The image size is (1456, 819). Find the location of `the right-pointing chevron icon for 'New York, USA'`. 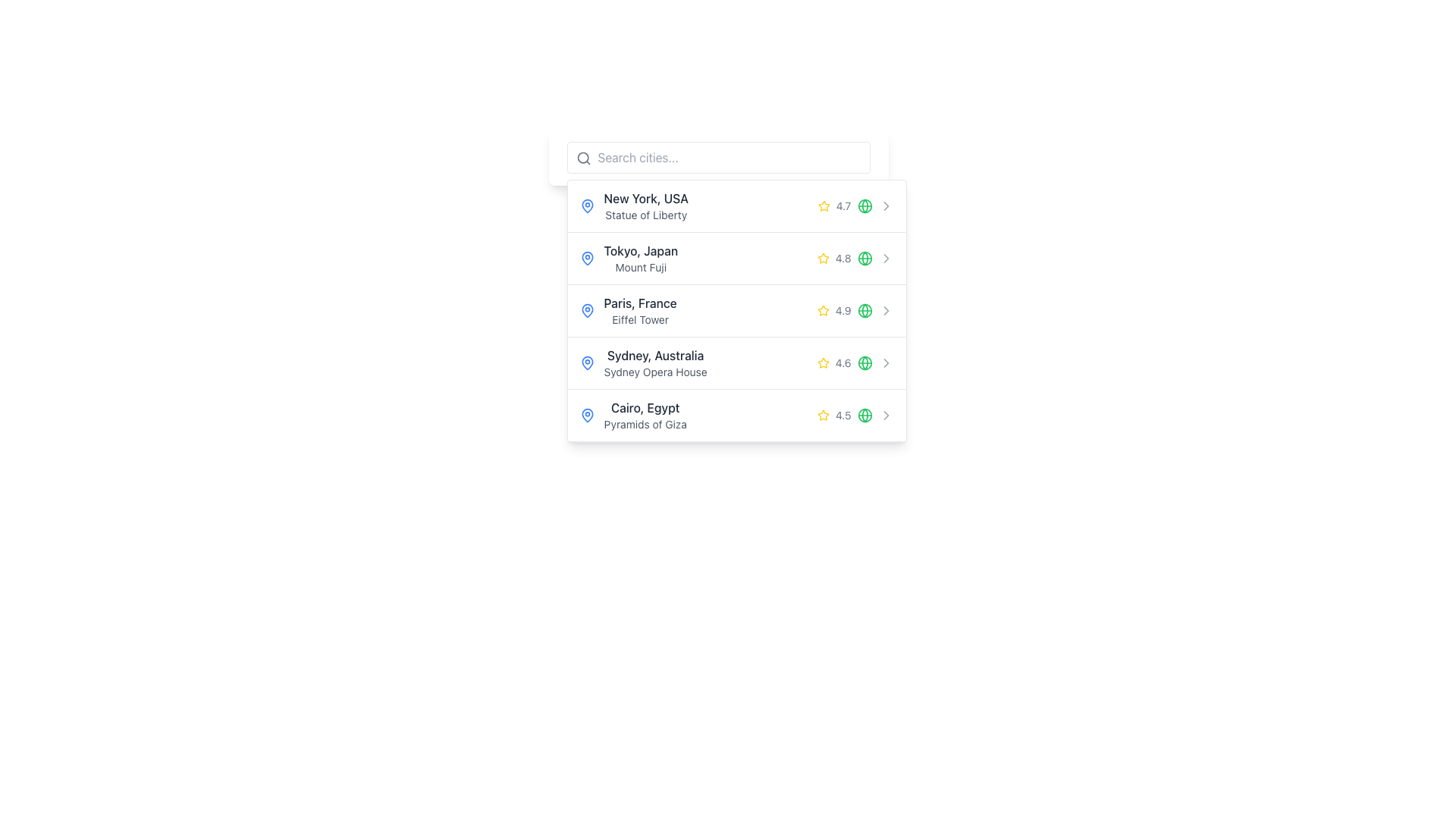

the right-pointing chevron icon for 'New York, USA' is located at coordinates (886, 206).